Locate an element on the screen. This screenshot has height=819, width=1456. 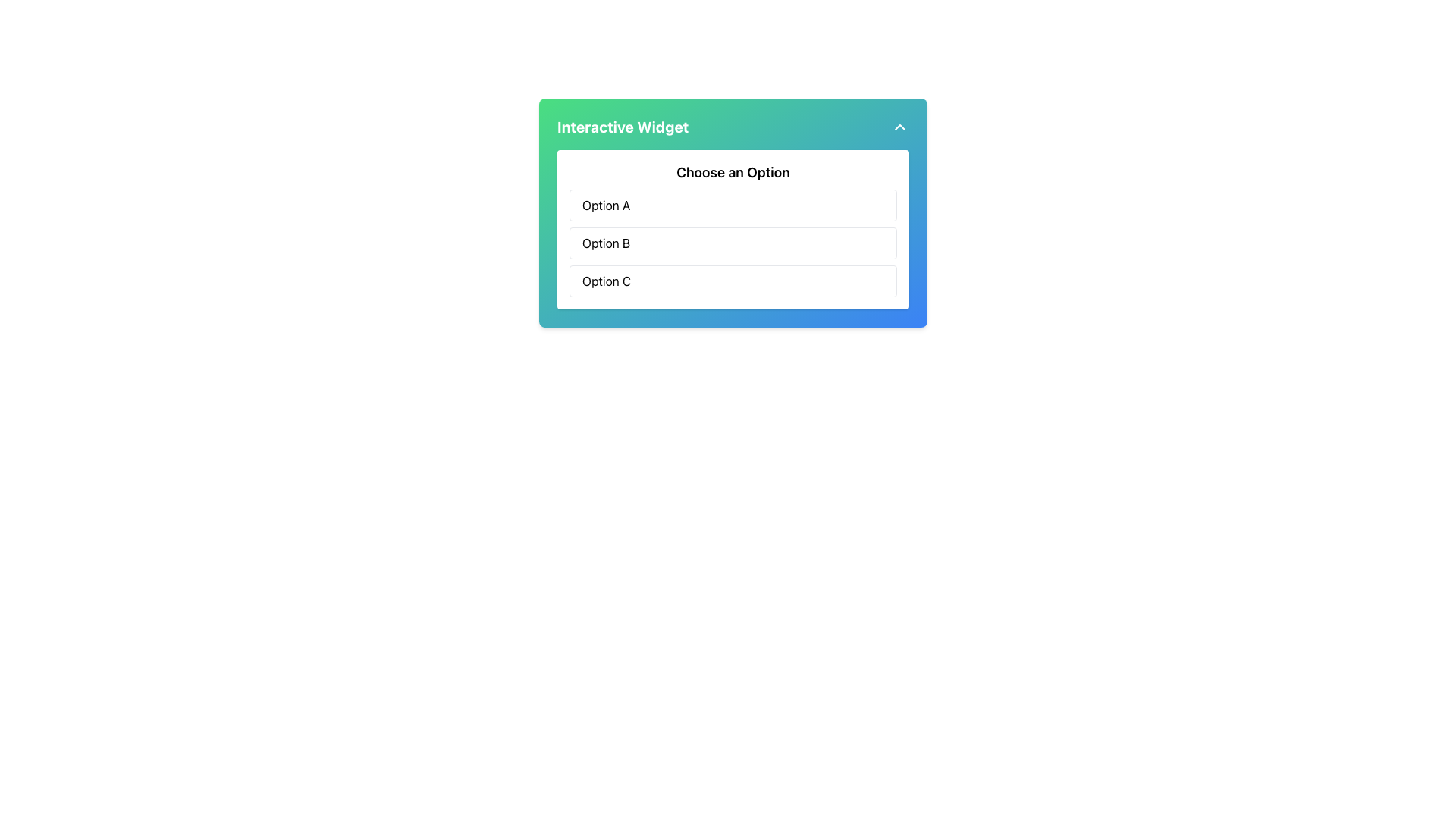
the Interactive Widget is located at coordinates (733, 213).